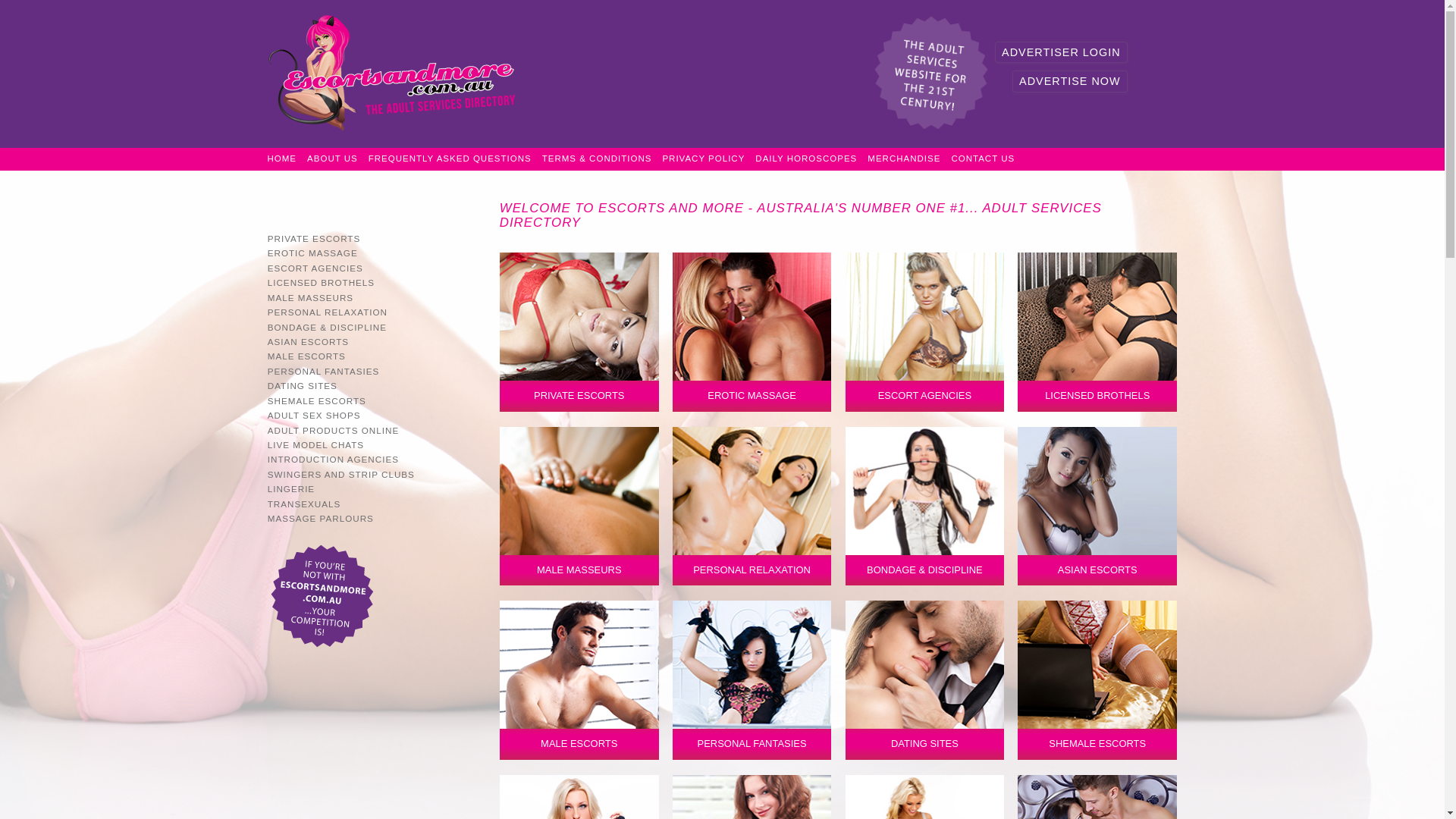 This screenshot has height=819, width=1456. I want to click on 'ADVERTISER LOGIN', so click(1059, 52).